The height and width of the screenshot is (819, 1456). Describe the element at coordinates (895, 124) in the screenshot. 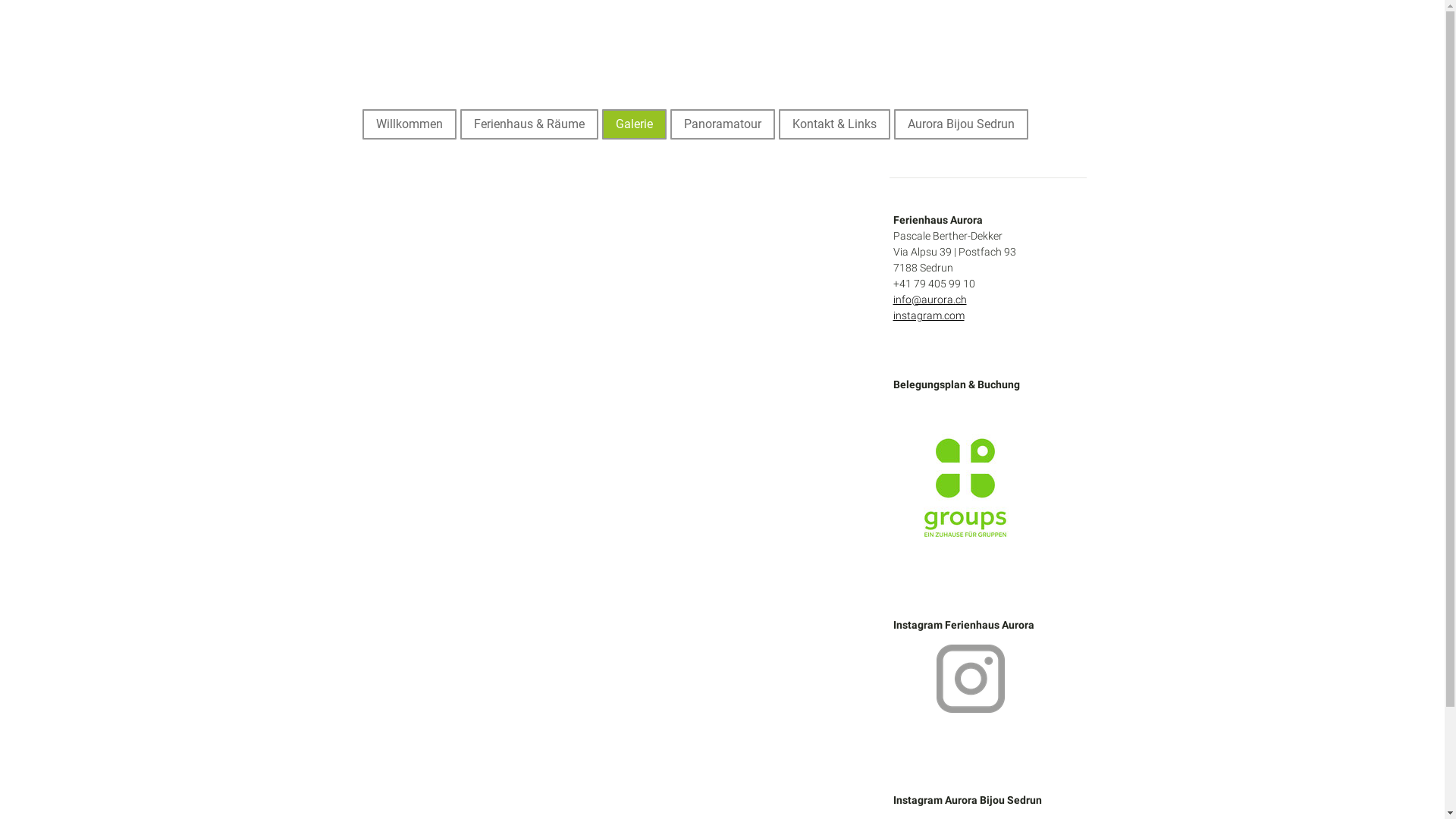

I see `'Aurora Bijou Sedrun'` at that location.